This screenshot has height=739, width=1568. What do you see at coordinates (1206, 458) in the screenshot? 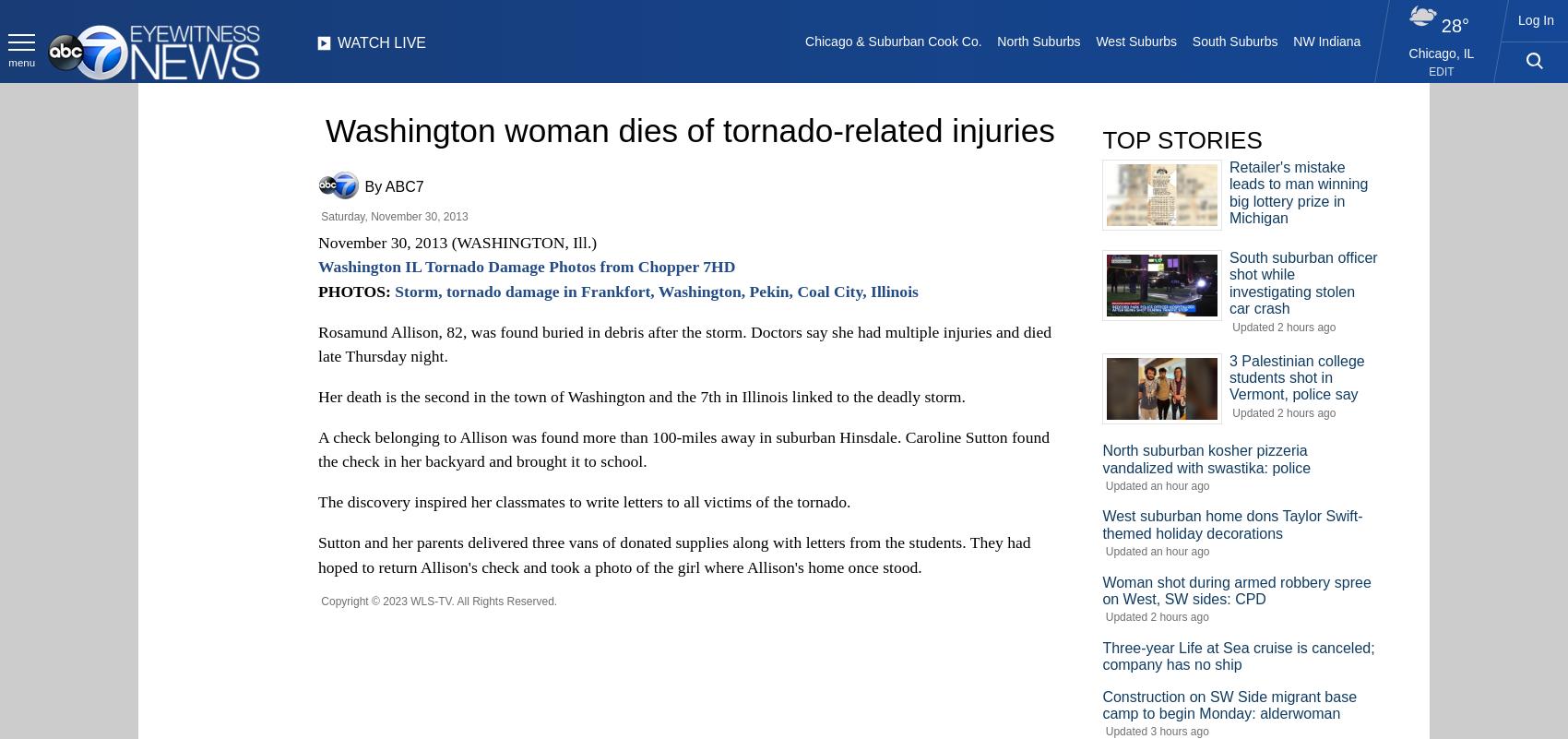
I see `'North suburban kosher pizzeria vandalized with swastika: police'` at bounding box center [1206, 458].